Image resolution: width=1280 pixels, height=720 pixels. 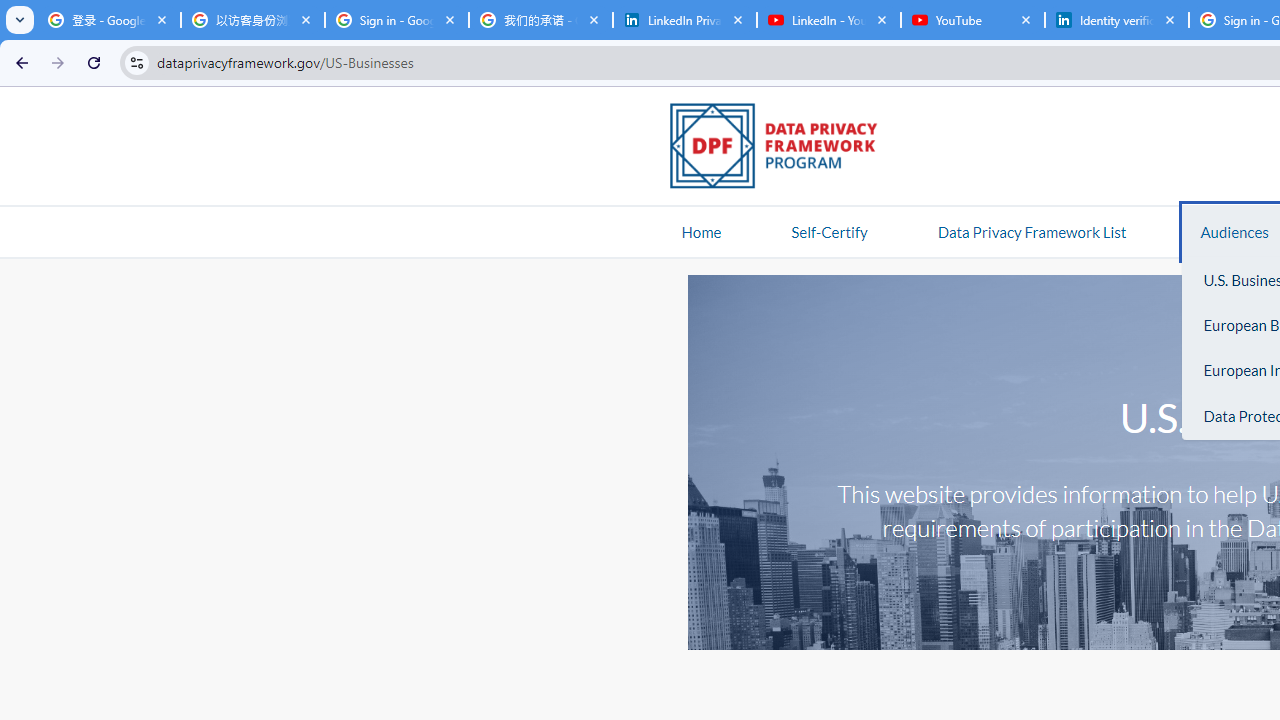 What do you see at coordinates (1115, 20) in the screenshot?
I see `'Identity verification via Persona | LinkedIn Help'` at bounding box center [1115, 20].